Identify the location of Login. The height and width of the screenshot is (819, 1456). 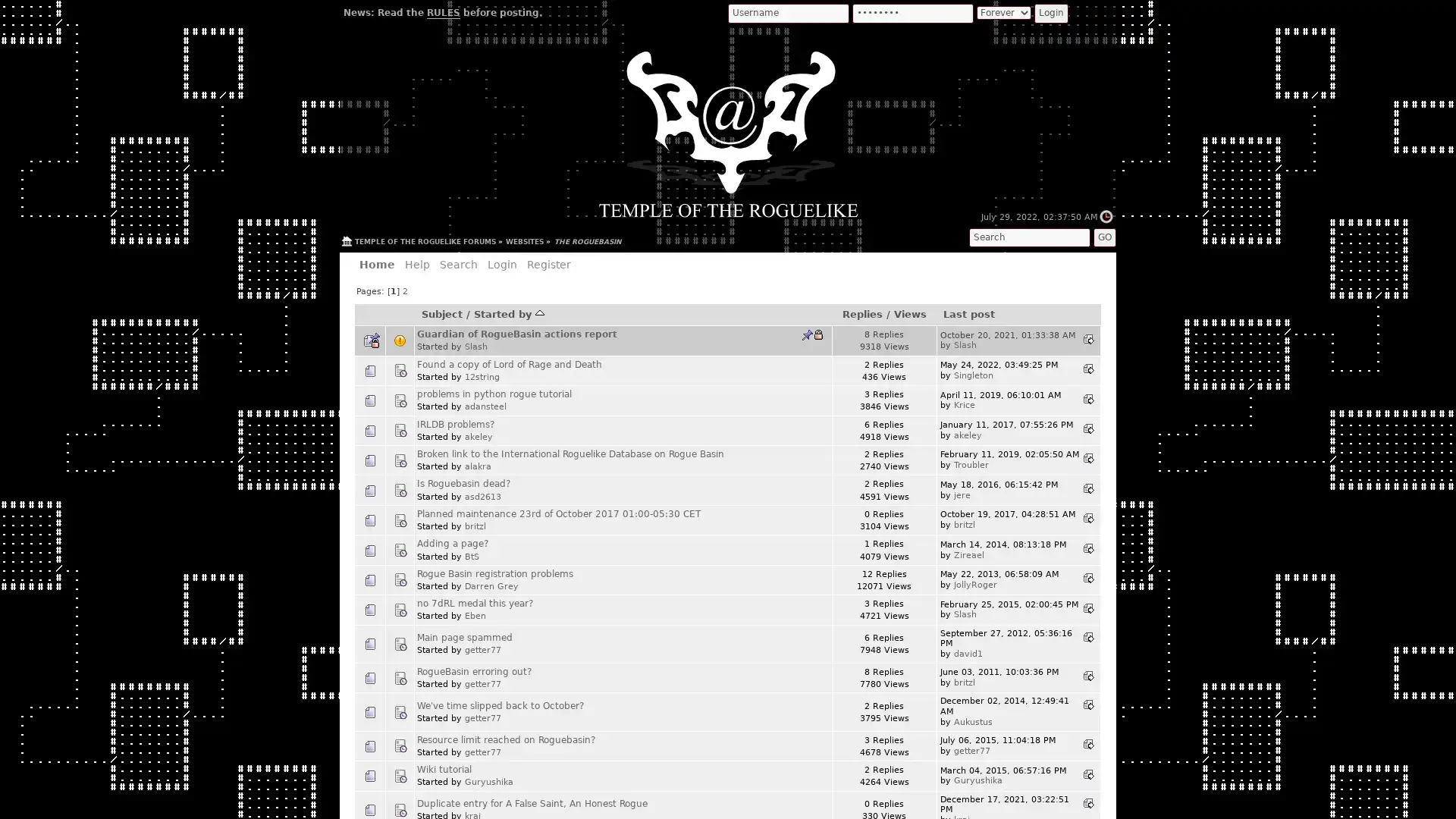
(1050, 13).